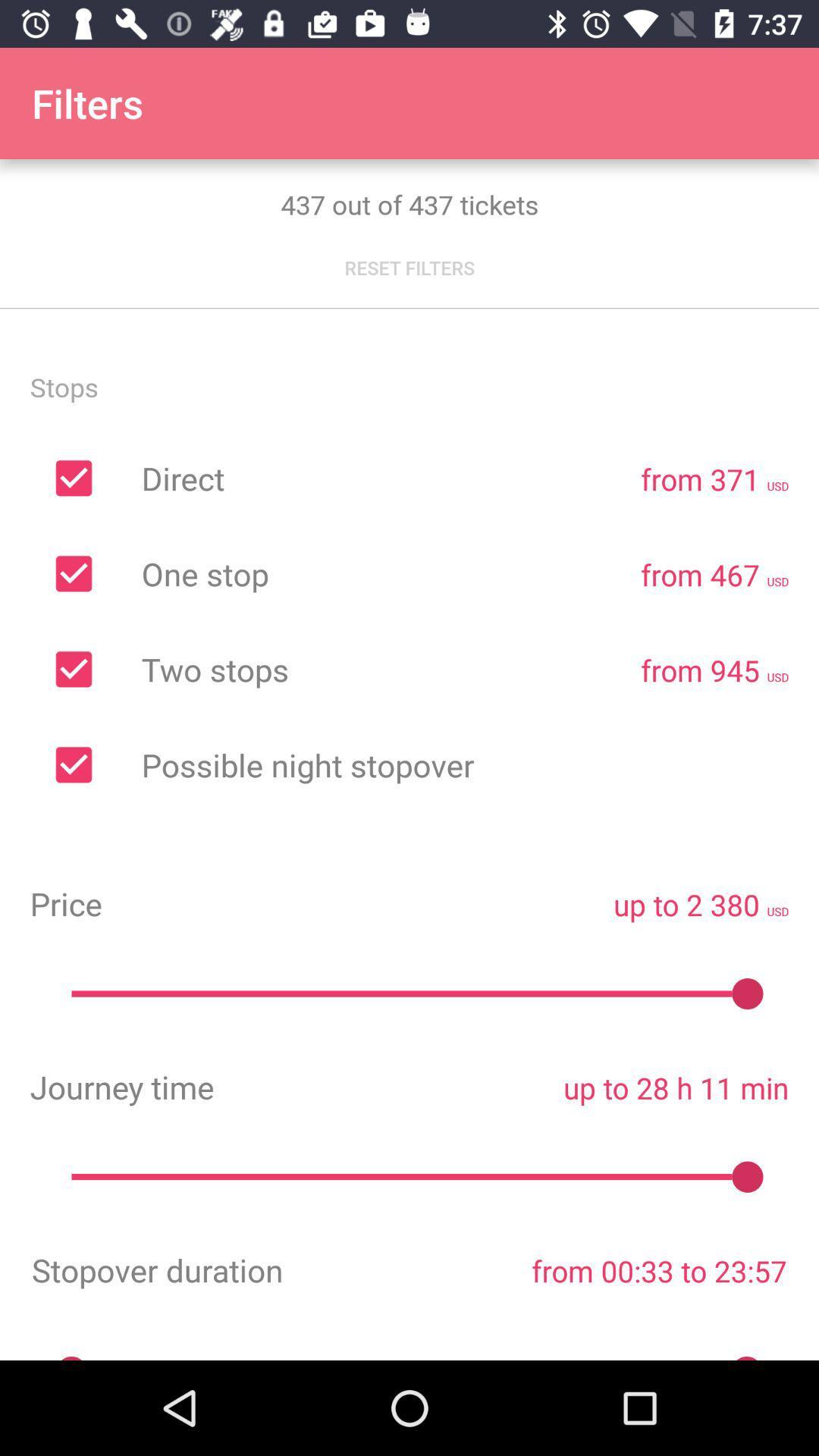 This screenshot has width=819, height=1456. What do you see at coordinates (409, 268) in the screenshot?
I see `the reset filters icon` at bounding box center [409, 268].